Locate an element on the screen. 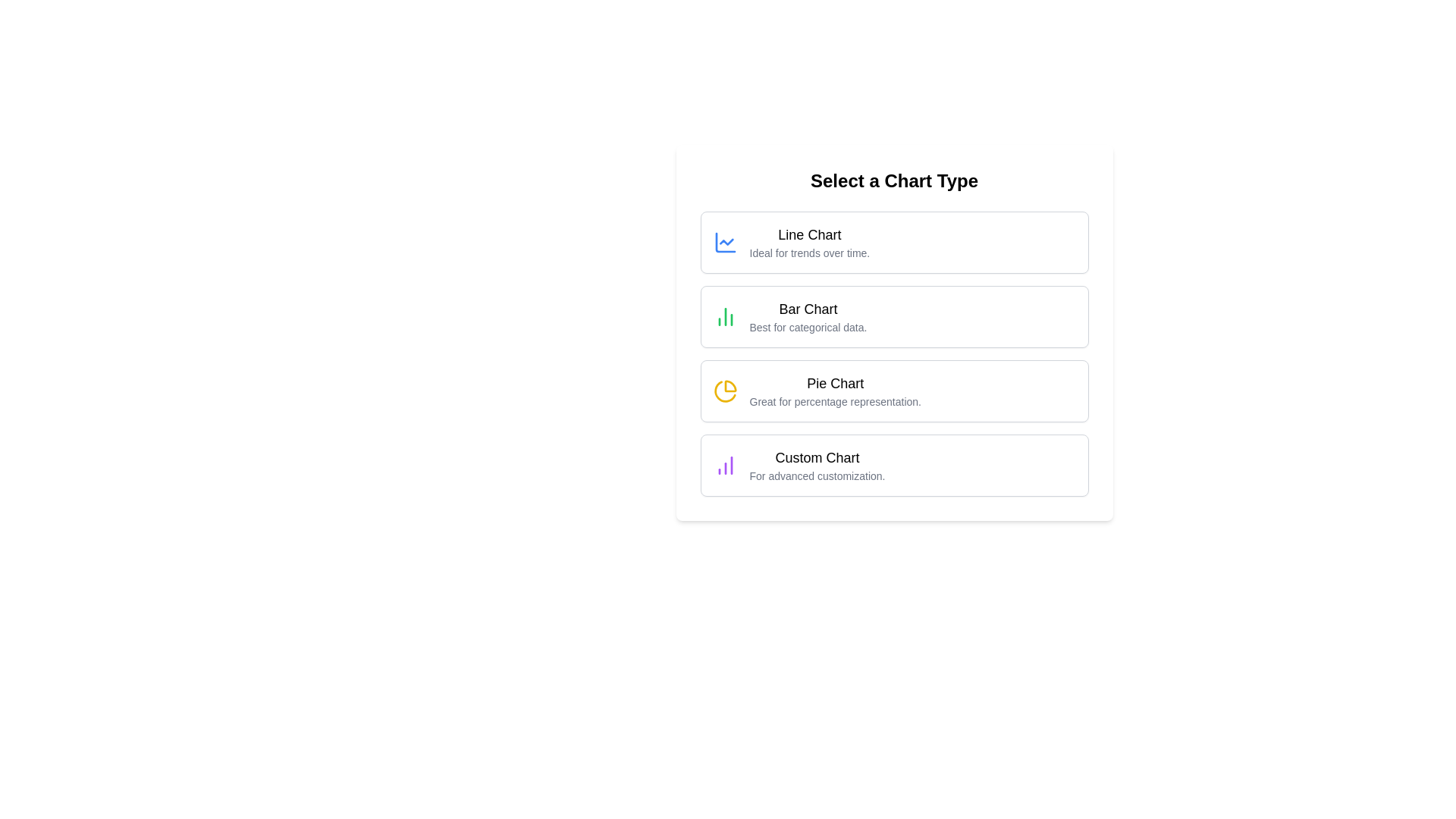 This screenshot has height=819, width=1456. the pie chart selection icon located within the third option card under 'Select a Chart Type' is located at coordinates (724, 391).